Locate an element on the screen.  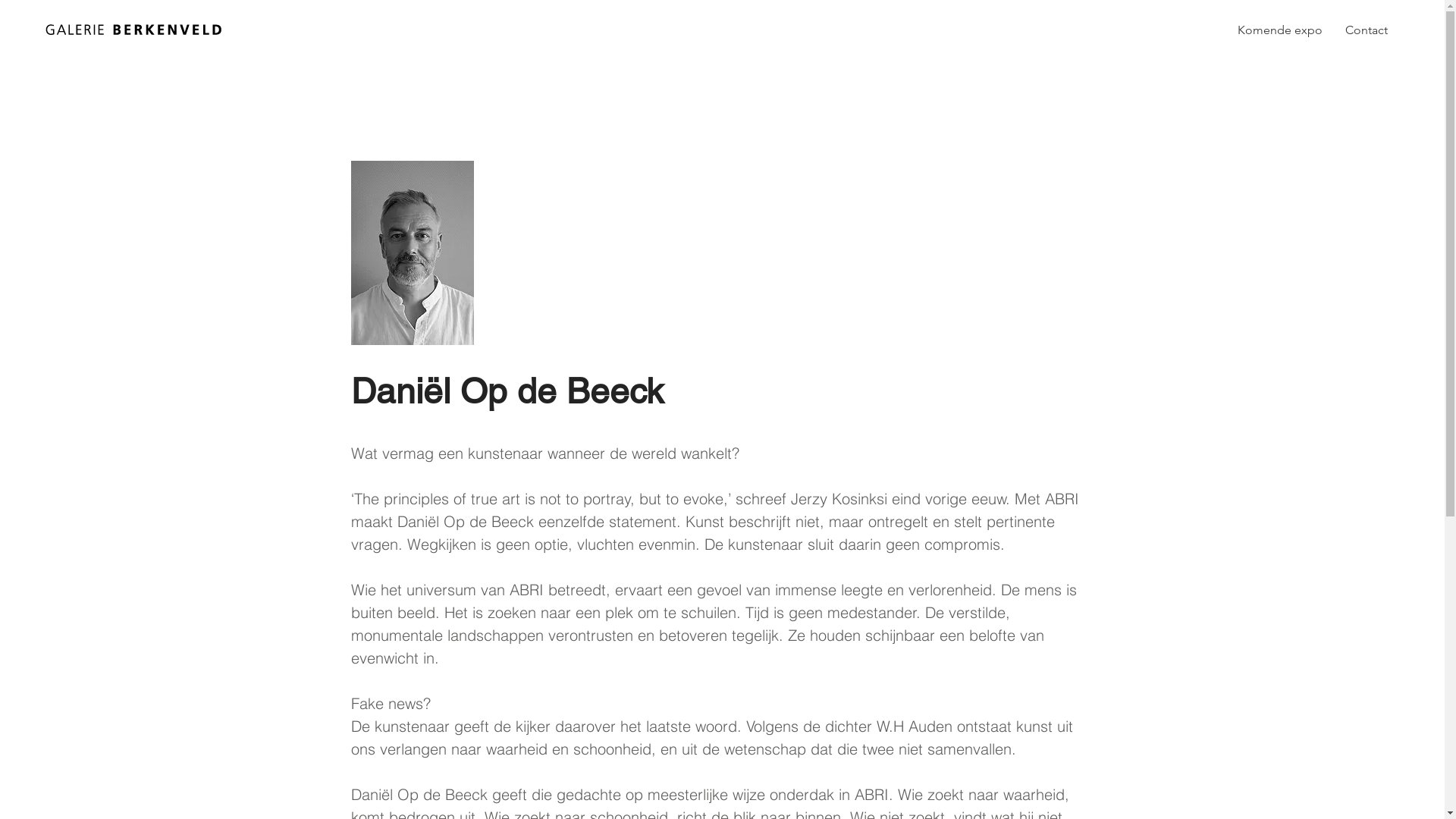
'Contact' is located at coordinates (1366, 30).